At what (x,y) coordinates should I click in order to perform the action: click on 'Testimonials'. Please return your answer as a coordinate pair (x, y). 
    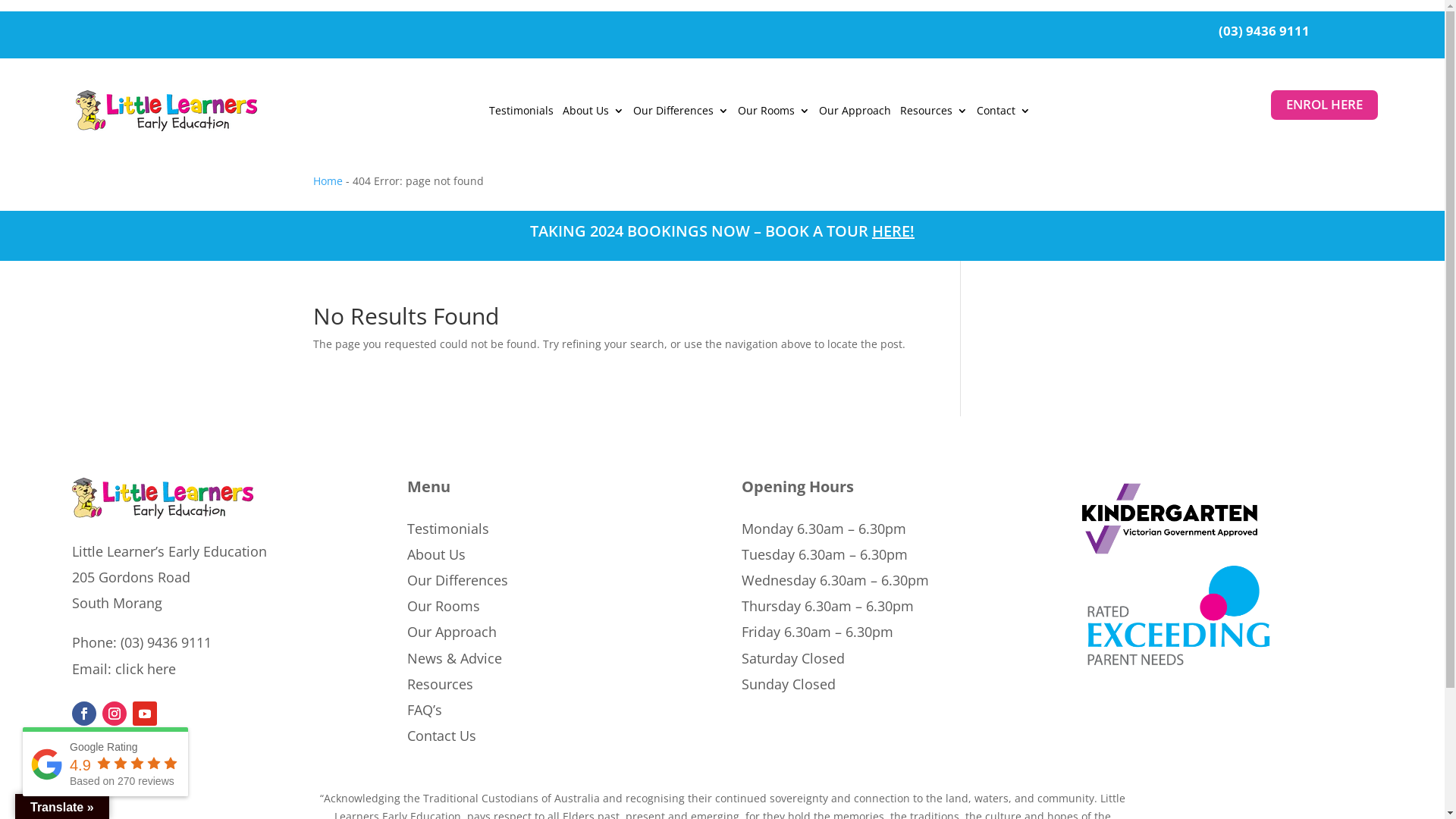
    Looking at the image, I should click on (521, 113).